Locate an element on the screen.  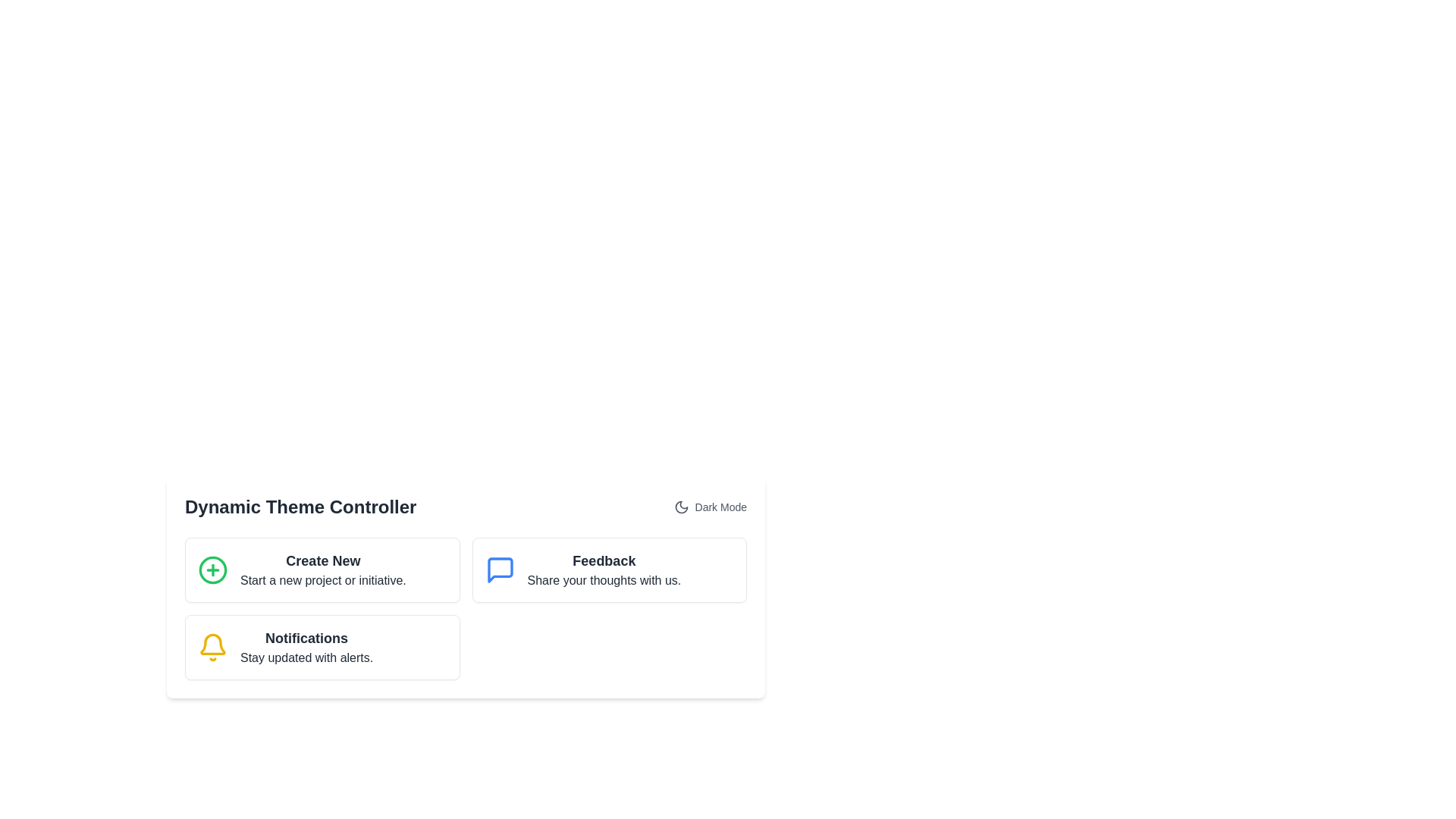
the text block containing the title 'Feedback' and the description 'Share your thoughts with us.' is located at coordinates (603, 570).